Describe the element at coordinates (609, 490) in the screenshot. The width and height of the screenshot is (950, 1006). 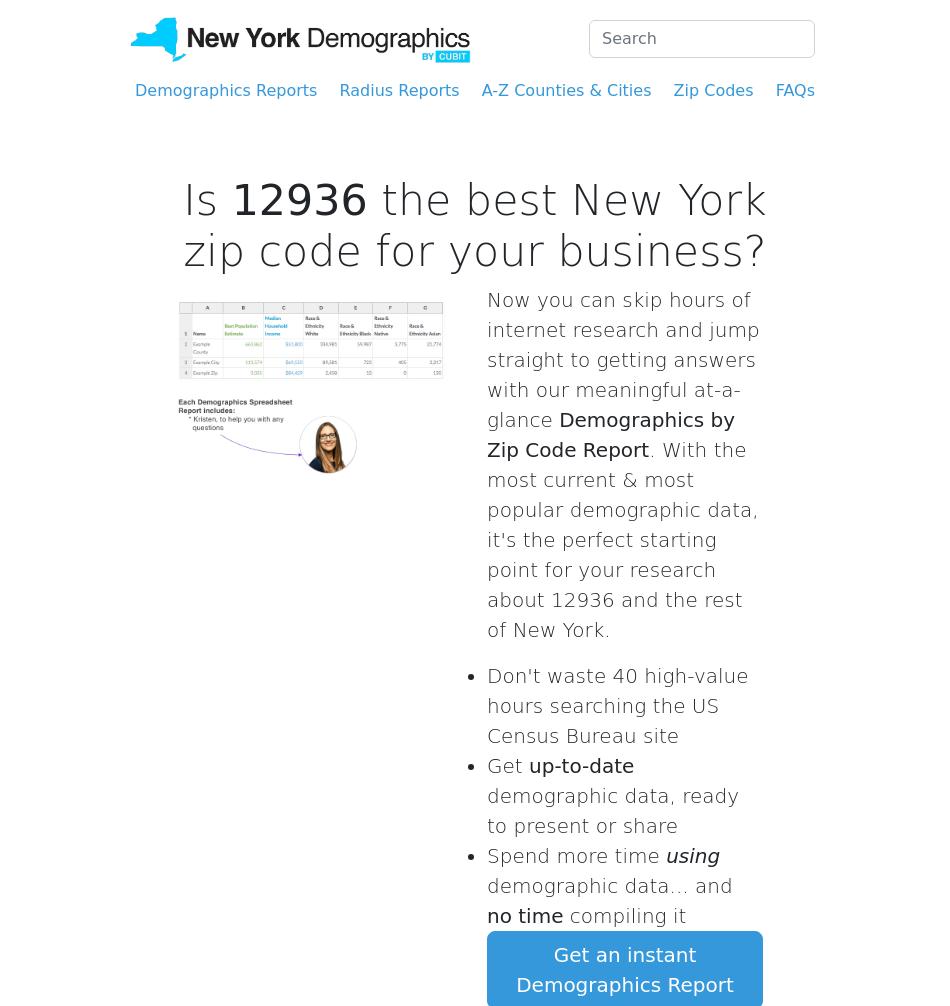
I see `'taken hours'` at that location.